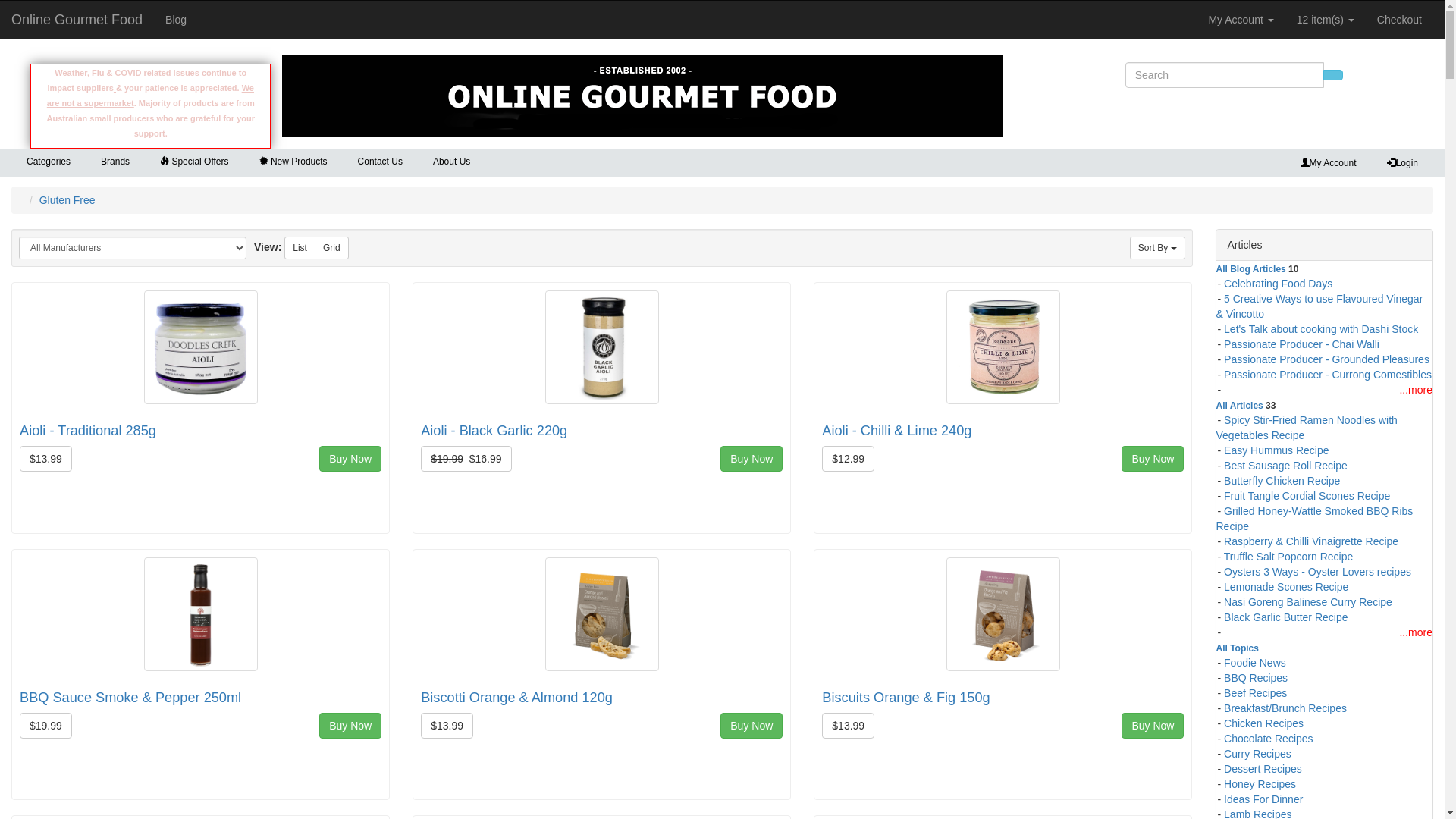  What do you see at coordinates (1257, 752) in the screenshot?
I see `'Curry Recipes'` at bounding box center [1257, 752].